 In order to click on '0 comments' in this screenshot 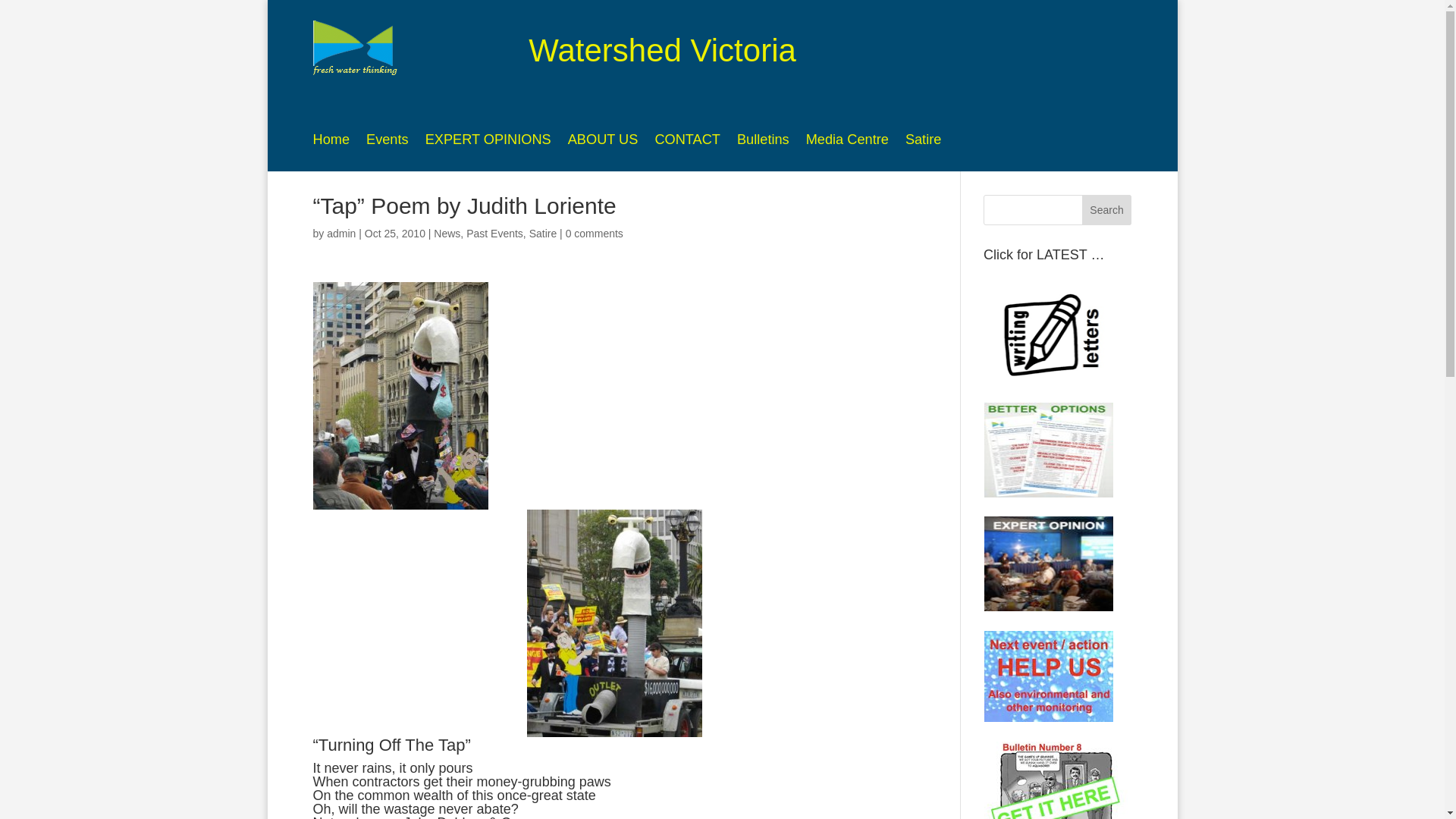, I will do `click(593, 234)`.